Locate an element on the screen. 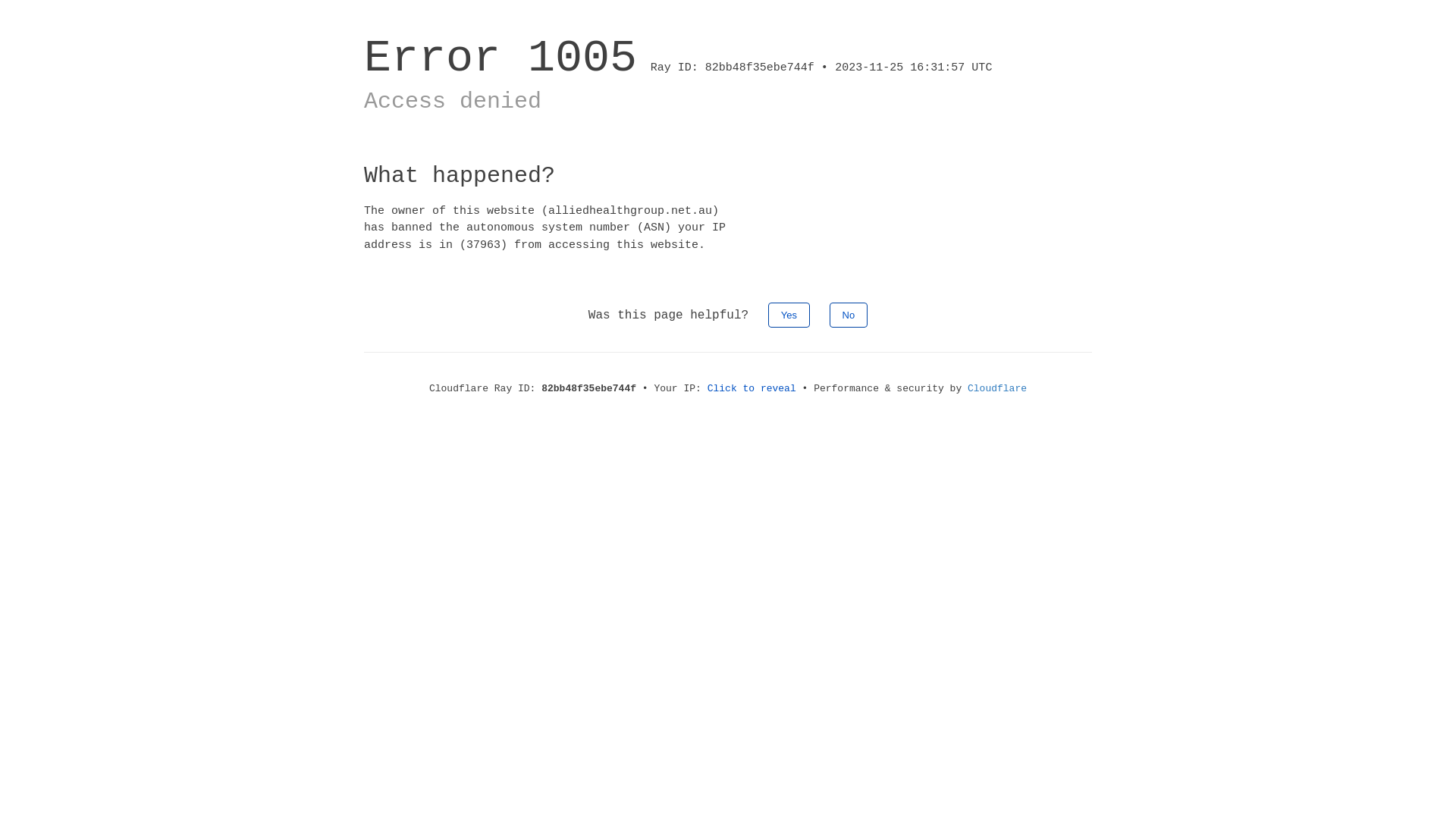 The image size is (1456, 819). 'Yes' is located at coordinates (789, 314).